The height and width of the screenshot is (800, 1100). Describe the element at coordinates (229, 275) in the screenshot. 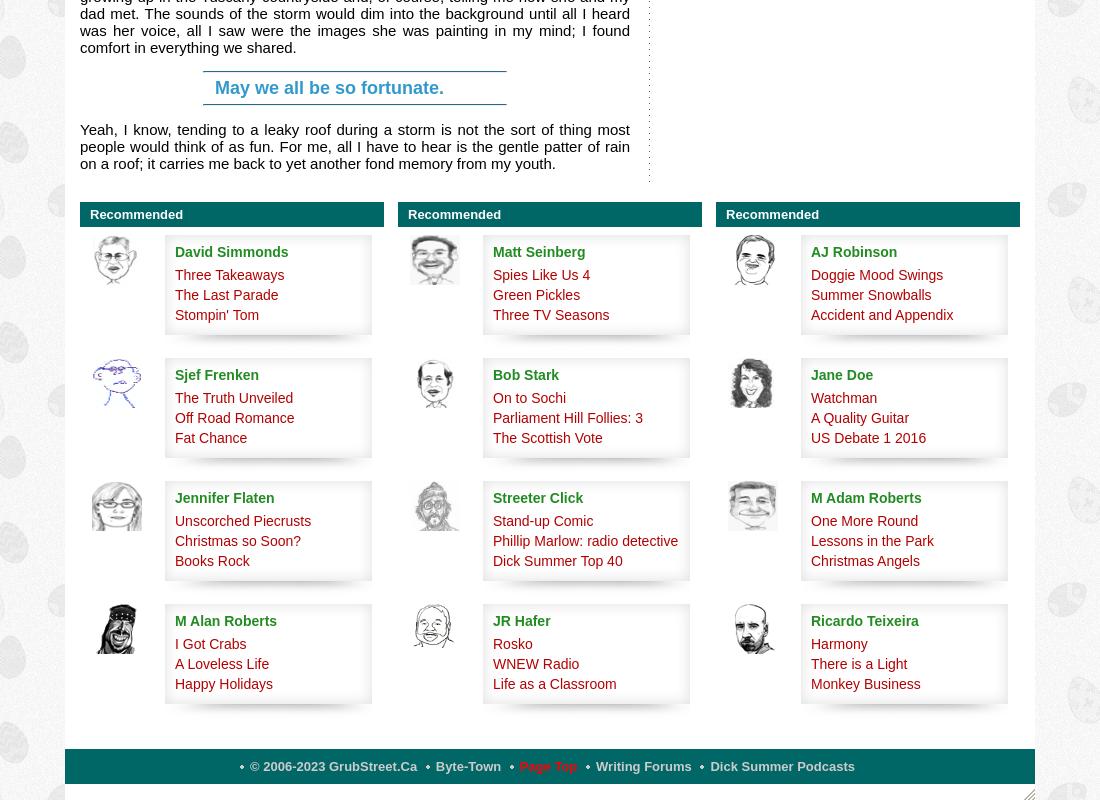

I see `'Three Takeaways'` at that location.